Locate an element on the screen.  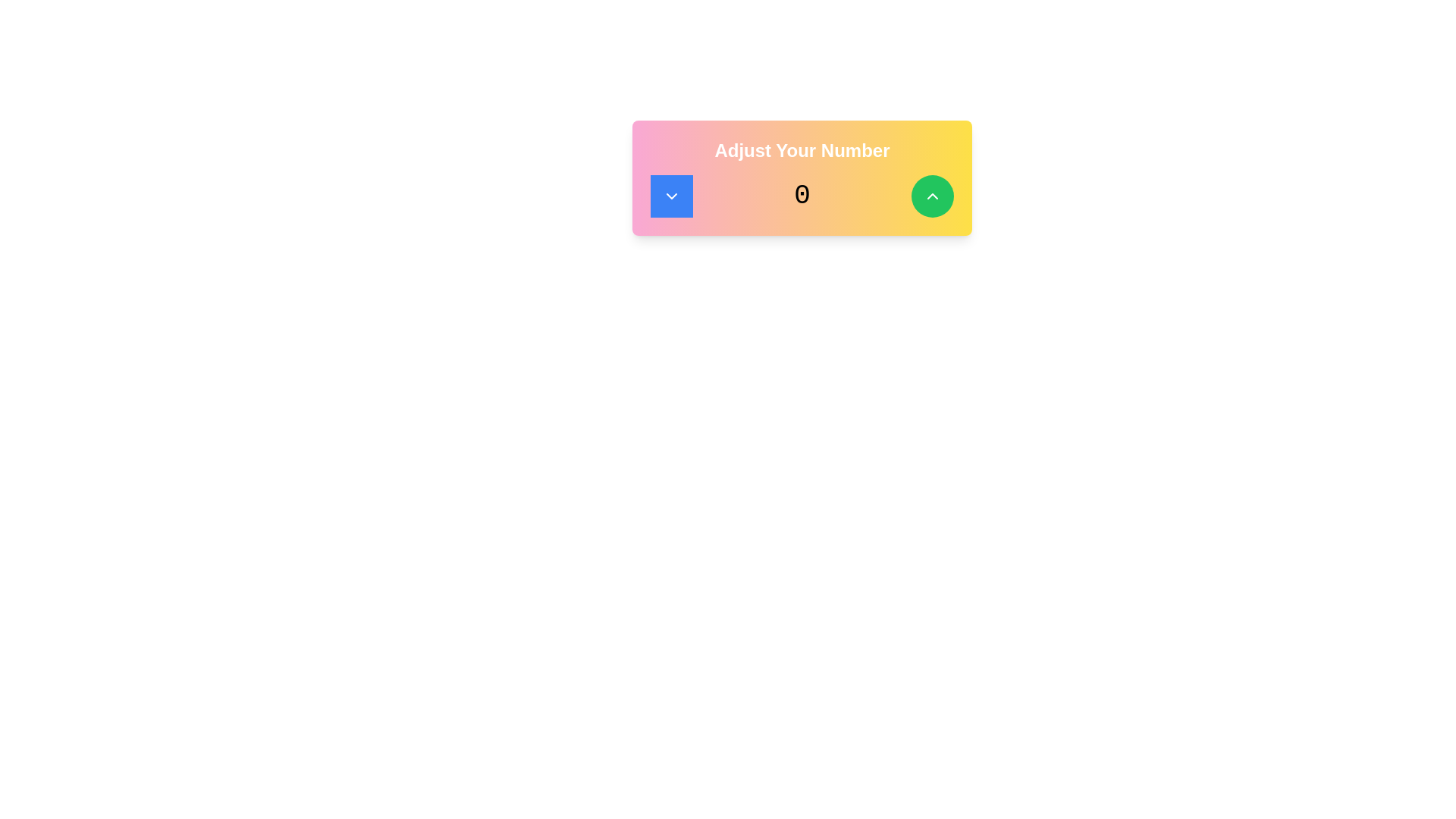
the bold, white static text heading 'Adjust Your Number' displayed prominently against a pink to yellow gradient background is located at coordinates (801, 151).